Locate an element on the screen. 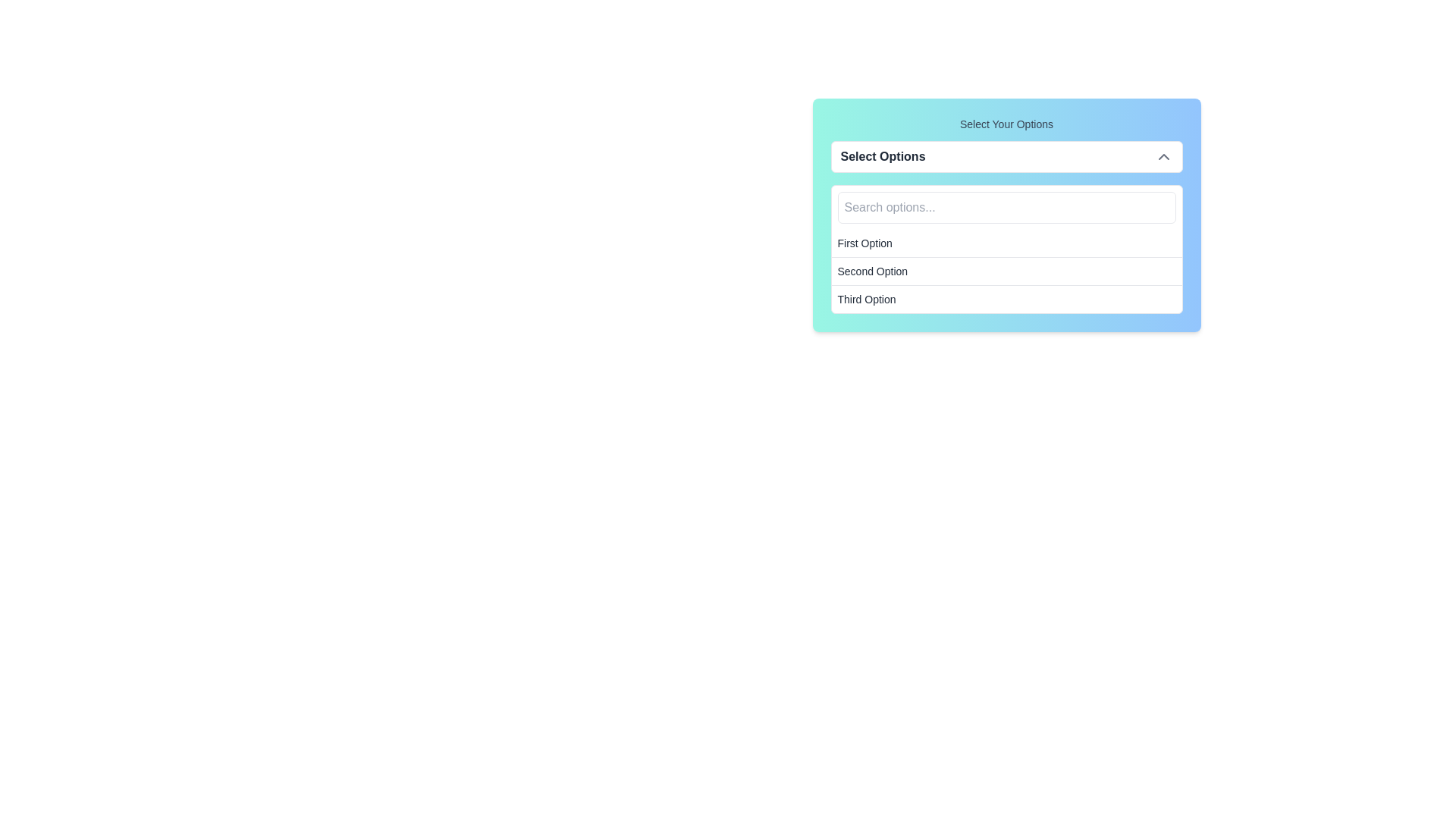  the selectable list item representing 'Third Option' is located at coordinates (1006, 299).